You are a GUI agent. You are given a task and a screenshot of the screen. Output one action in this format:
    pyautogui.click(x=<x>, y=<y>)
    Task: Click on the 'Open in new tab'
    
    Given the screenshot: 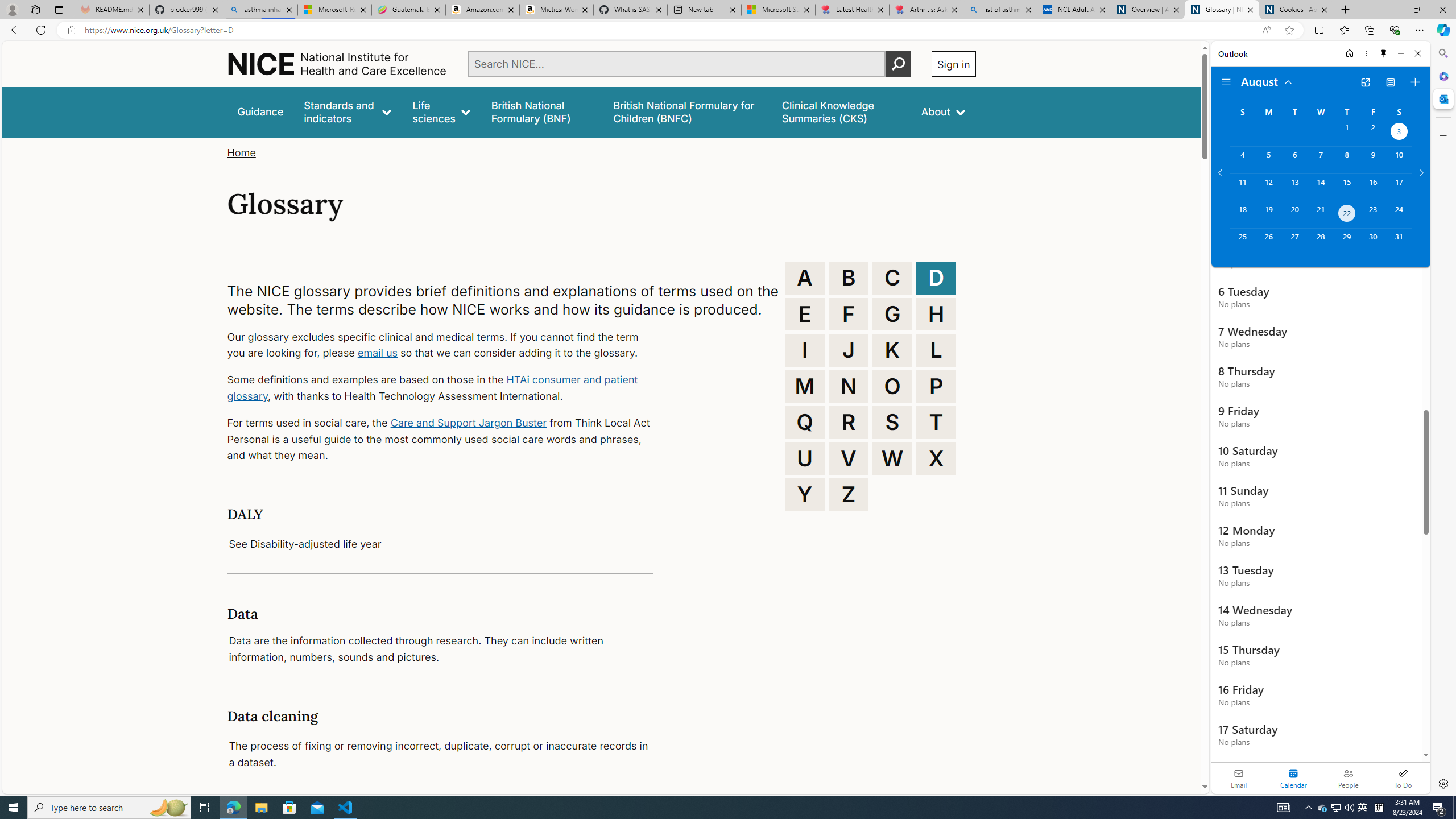 What is the action you would take?
    pyautogui.click(x=1366, y=82)
    